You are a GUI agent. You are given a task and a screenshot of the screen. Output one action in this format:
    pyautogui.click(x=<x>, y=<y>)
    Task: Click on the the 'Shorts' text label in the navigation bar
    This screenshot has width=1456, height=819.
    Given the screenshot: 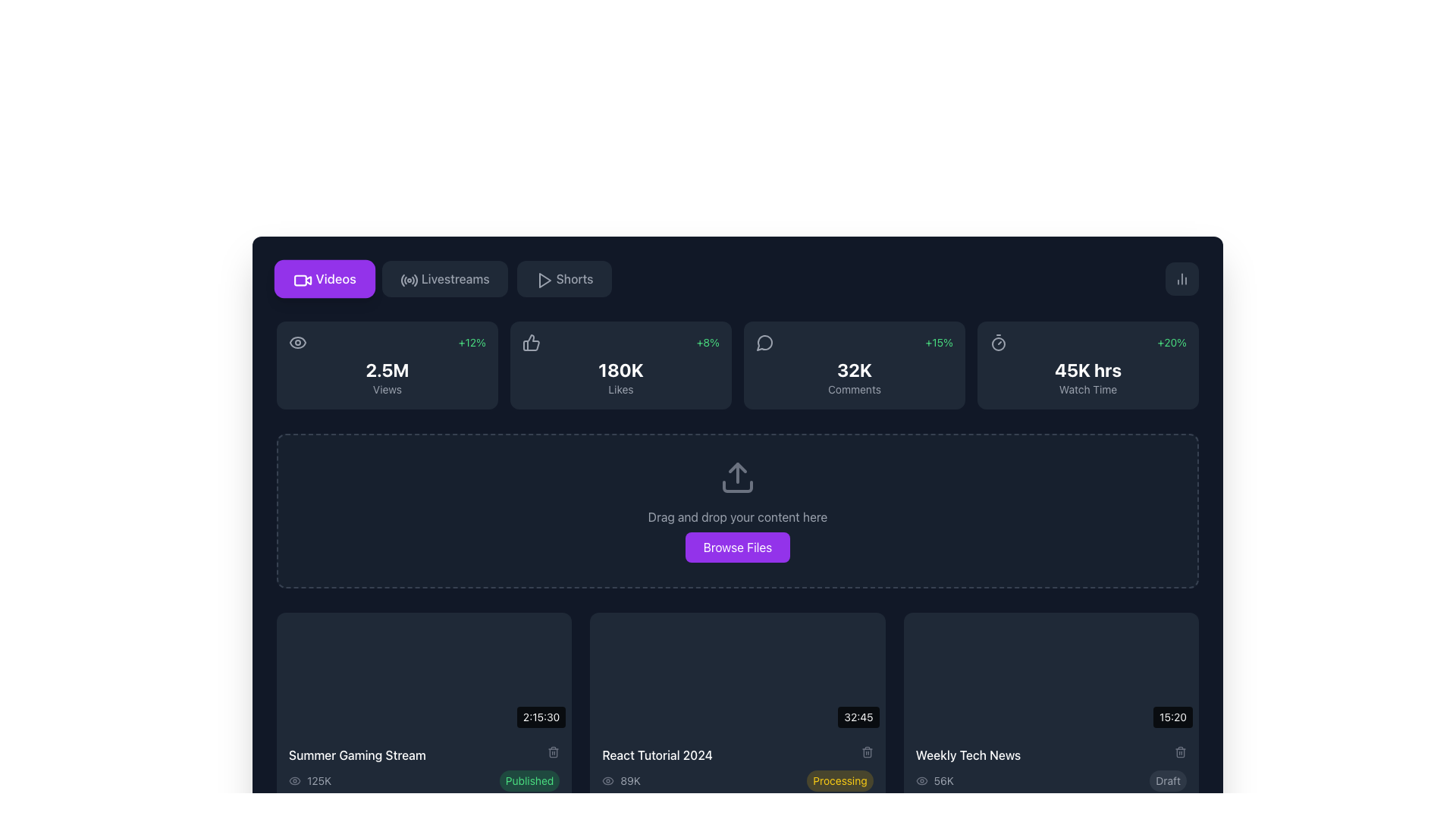 What is the action you would take?
    pyautogui.click(x=574, y=278)
    